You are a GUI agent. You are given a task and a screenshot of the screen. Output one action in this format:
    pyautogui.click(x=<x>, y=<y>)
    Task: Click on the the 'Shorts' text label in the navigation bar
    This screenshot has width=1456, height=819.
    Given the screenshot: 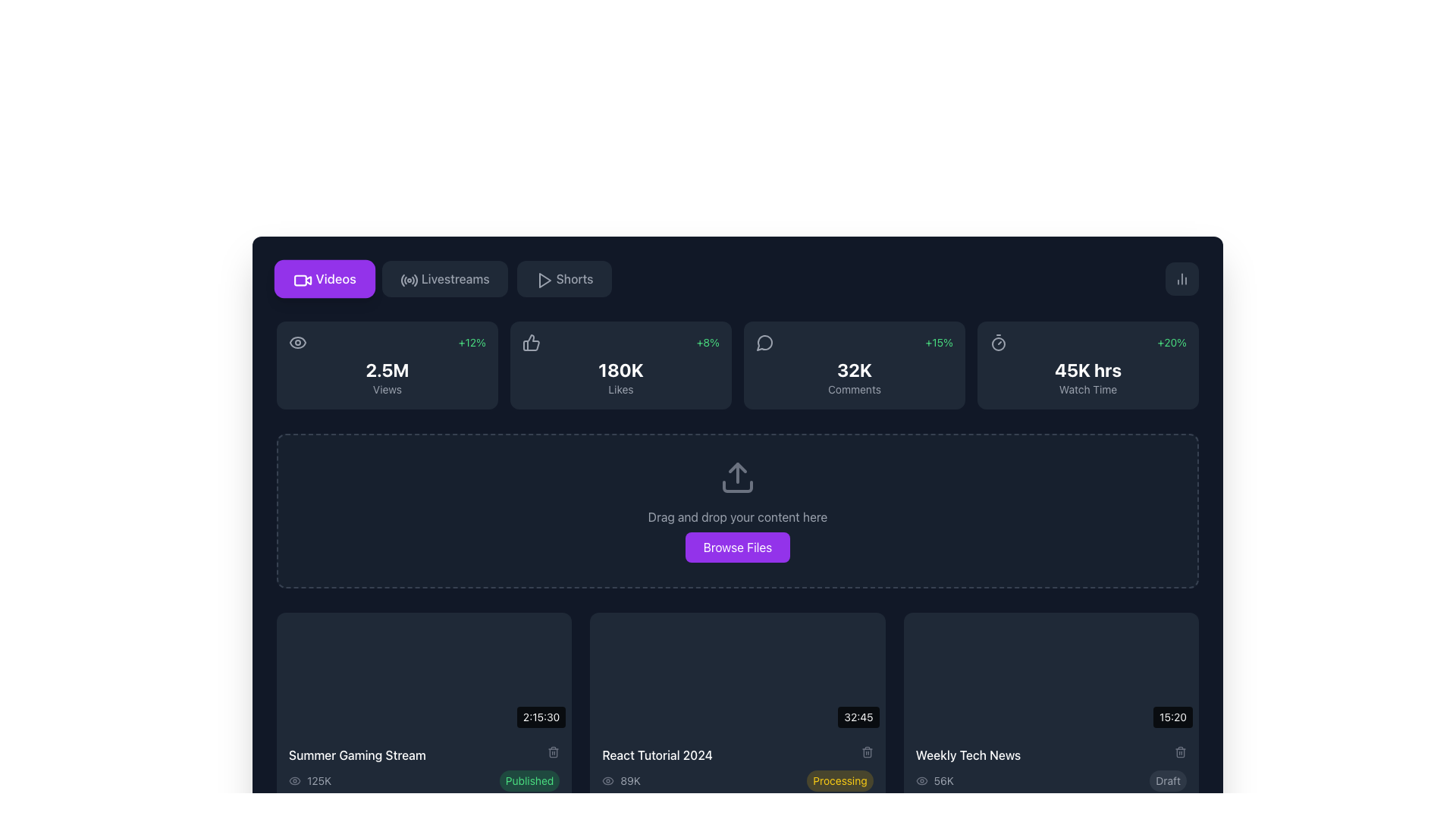 What is the action you would take?
    pyautogui.click(x=574, y=278)
    